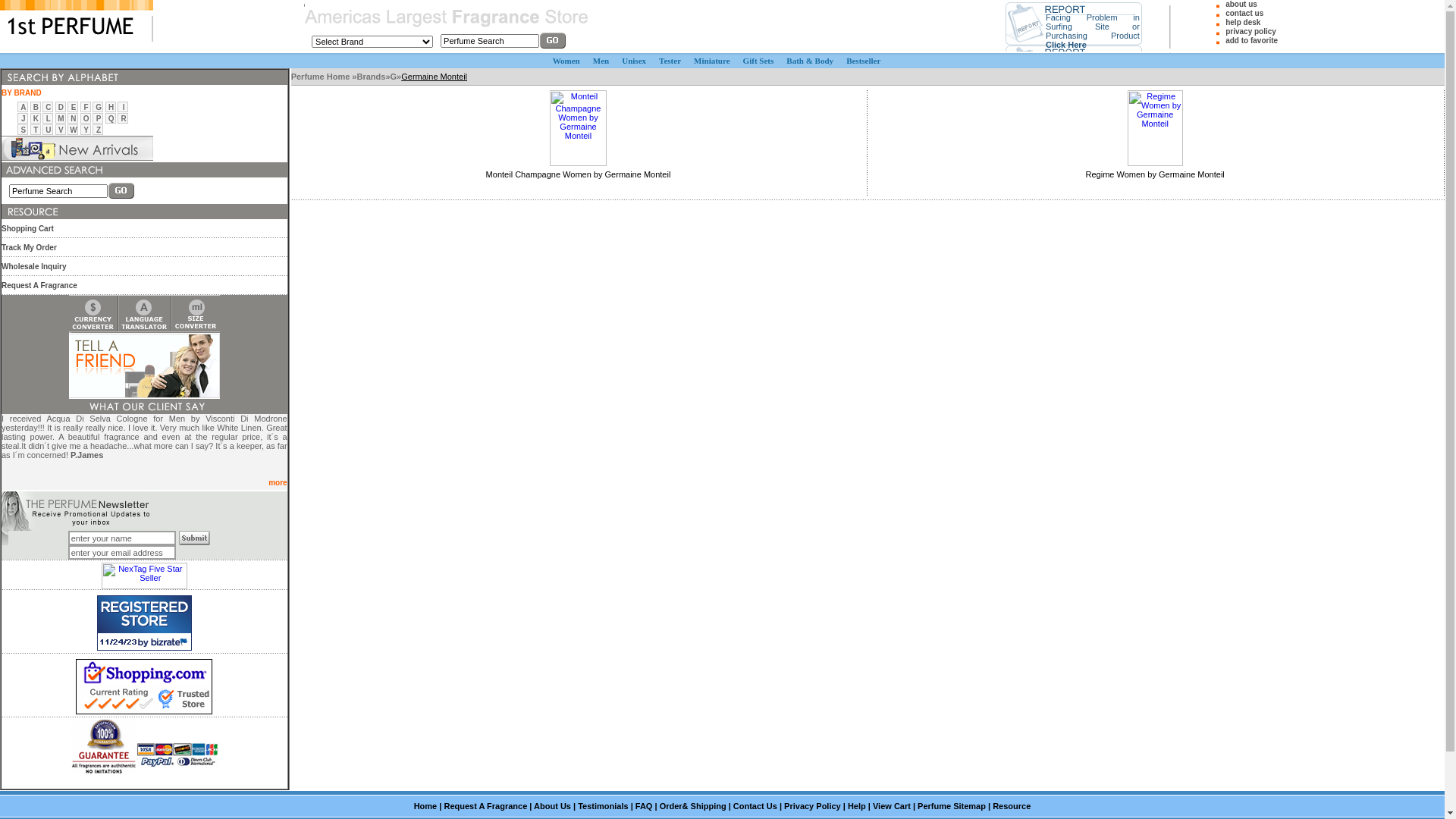  Describe the element at coordinates (425, 805) in the screenshot. I see `'Home'` at that location.